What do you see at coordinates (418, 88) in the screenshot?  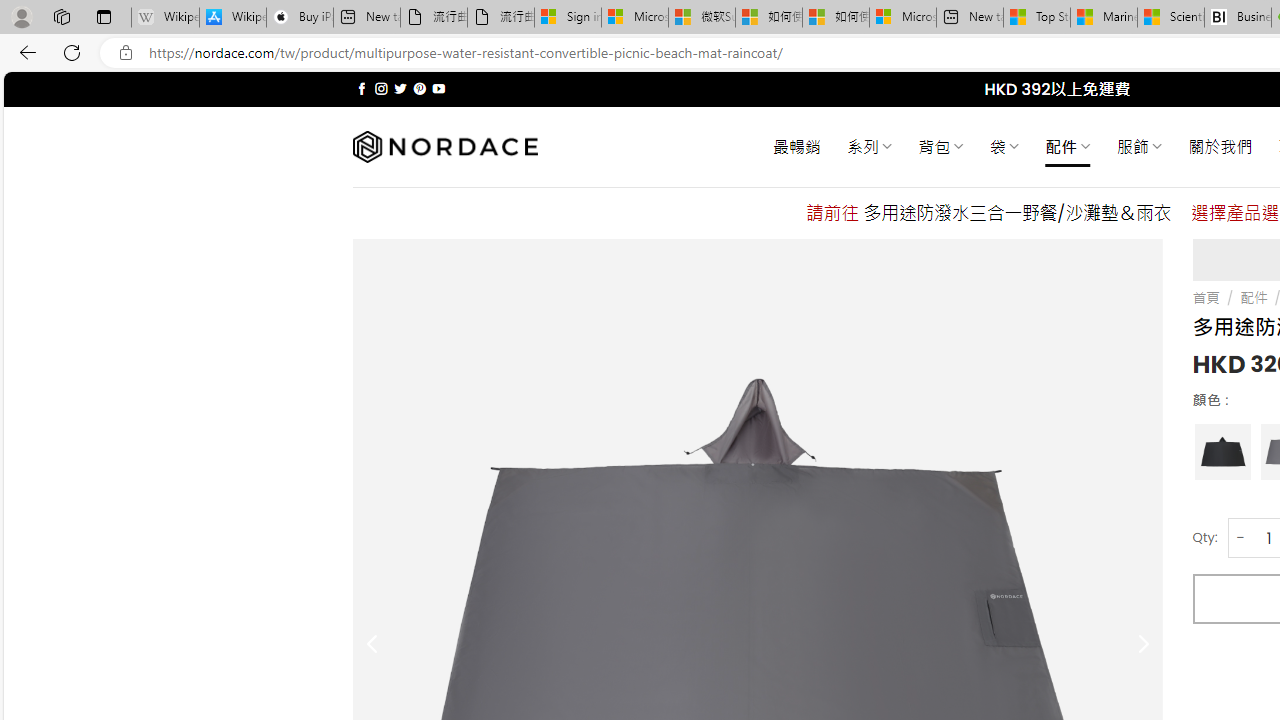 I see `'Follow on Pinterest'` at bounding box center [418, 88].